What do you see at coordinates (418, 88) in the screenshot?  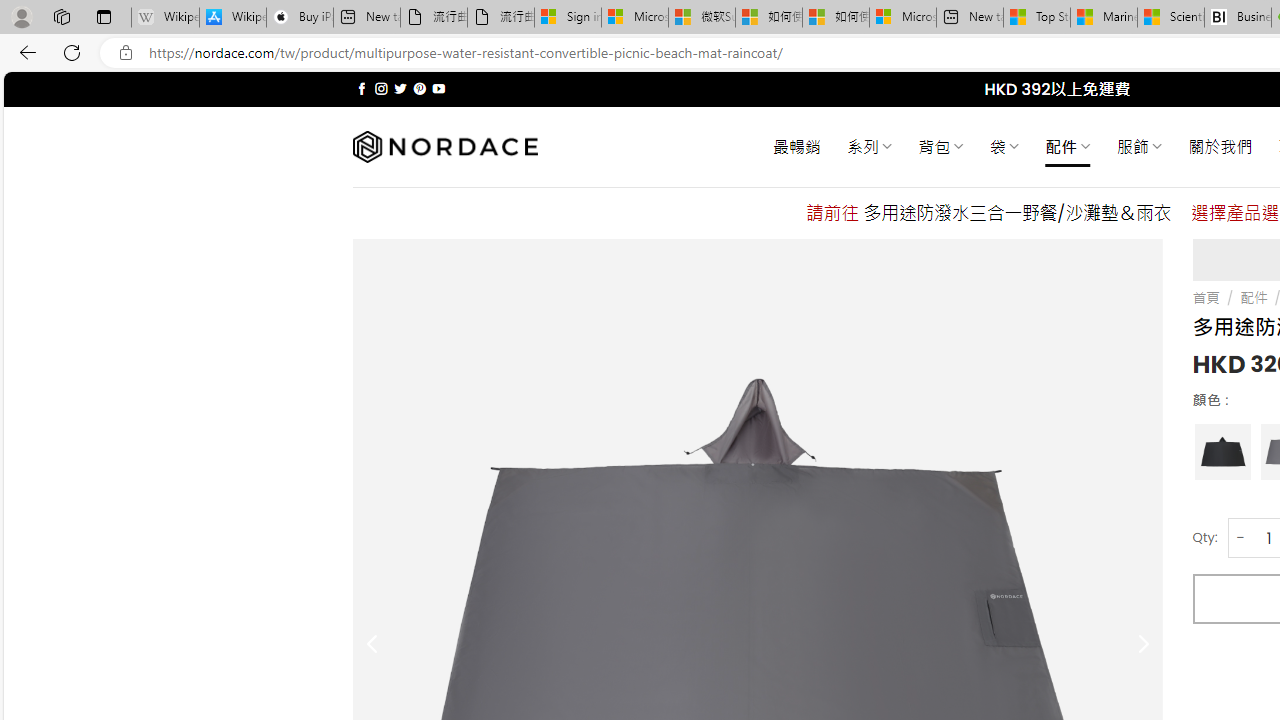 I see `'Follow on Pinterest'` at bounding box center [418, 88].